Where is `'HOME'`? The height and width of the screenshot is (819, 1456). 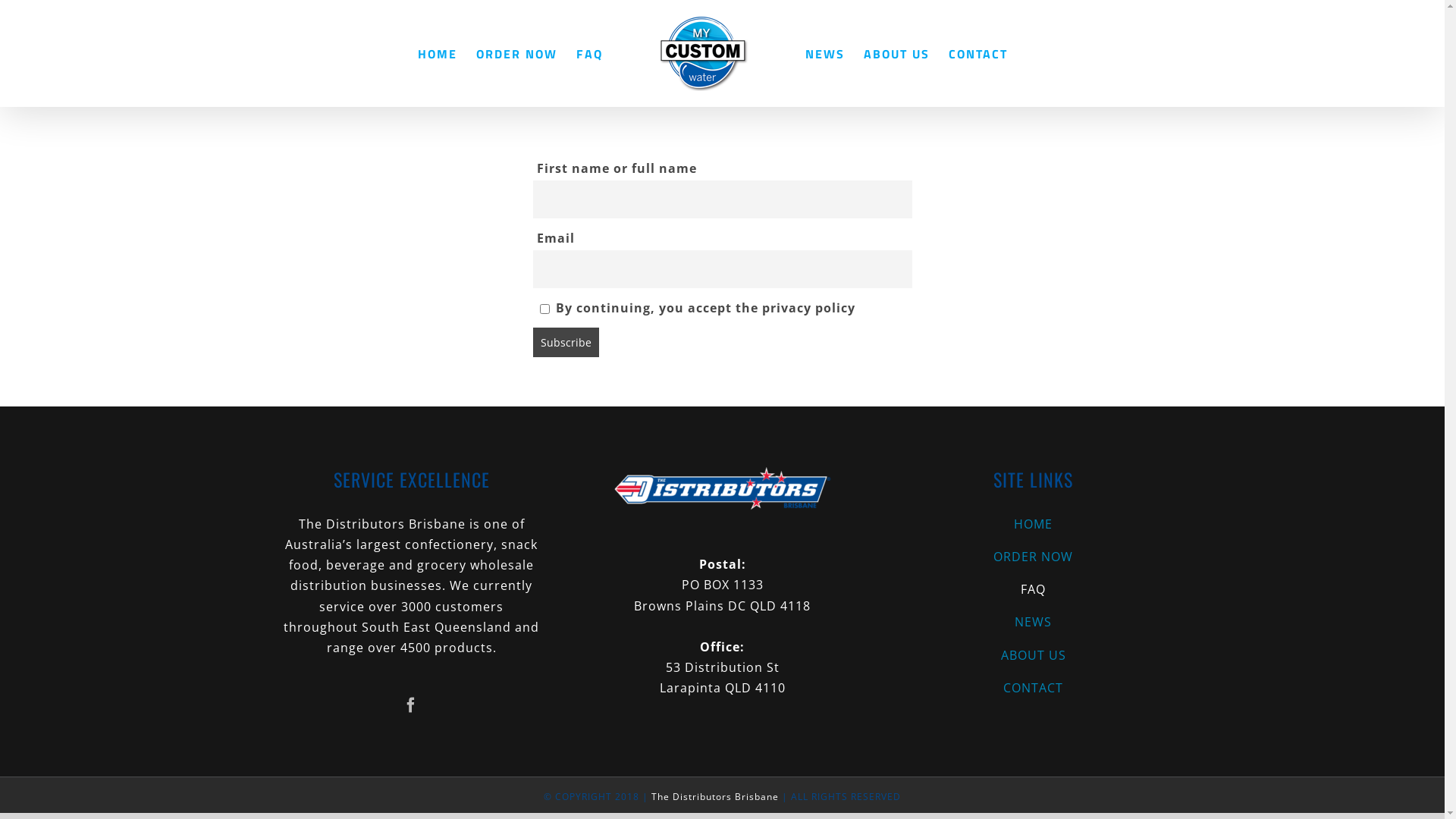 'HOME' is located at coordinates (436, 52).